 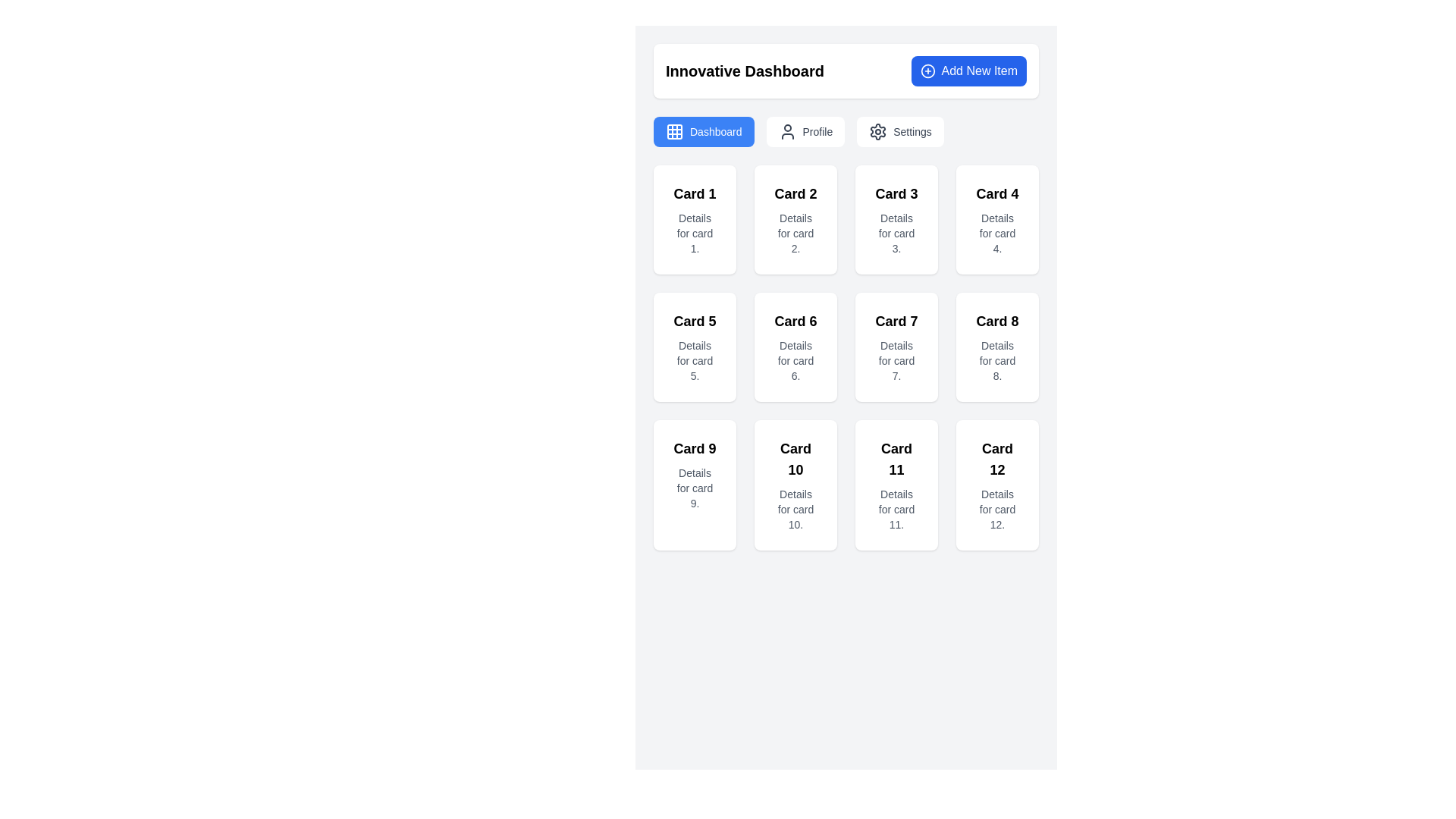 What do you see at coordinates (900, 130) in the screenshot?
I see `the settings button located in the top center section of the navigation bar to observe the hover effect` at bounding box center [900, 130].